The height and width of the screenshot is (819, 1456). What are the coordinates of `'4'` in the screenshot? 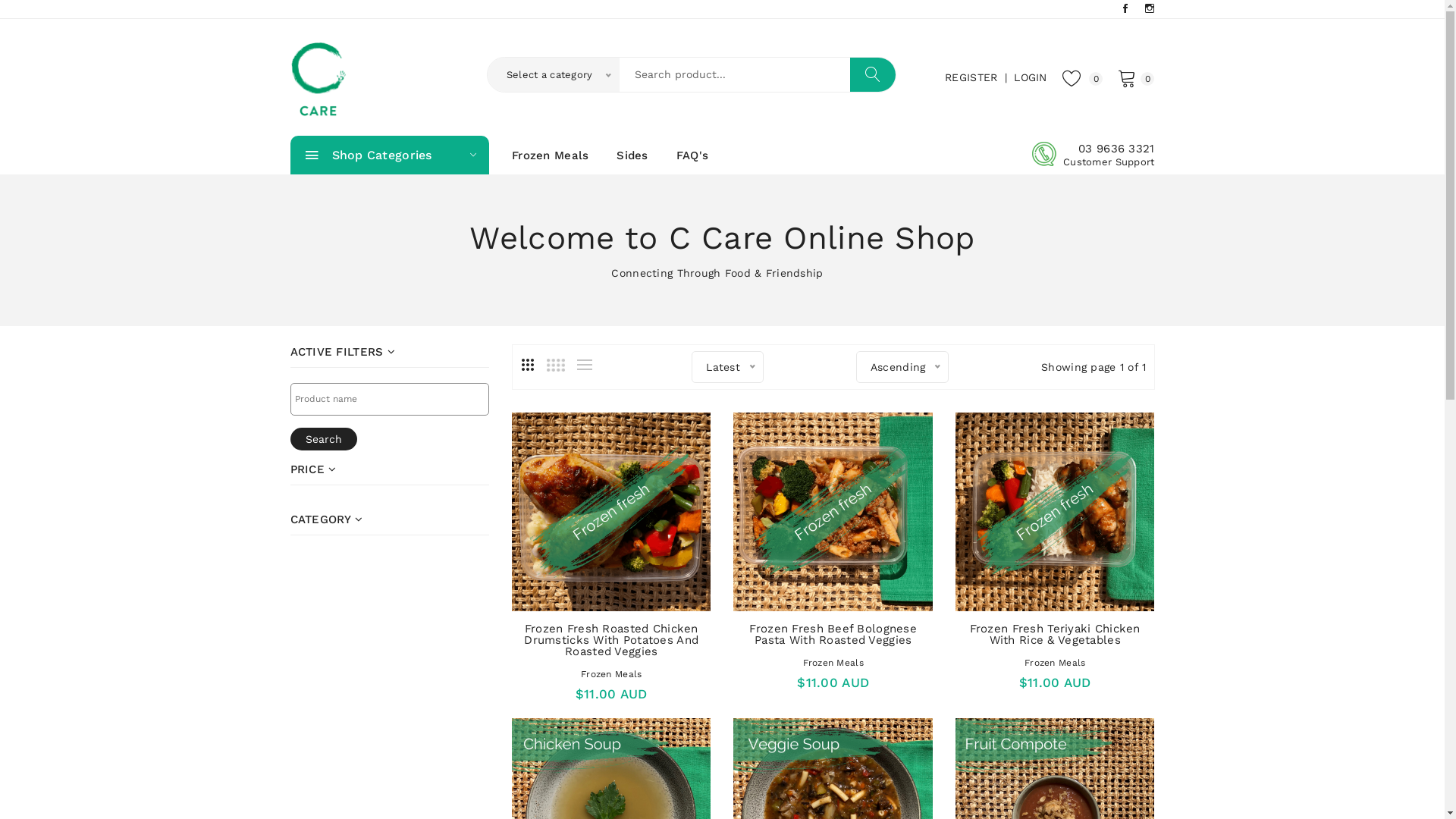 It's located at (555, 365).